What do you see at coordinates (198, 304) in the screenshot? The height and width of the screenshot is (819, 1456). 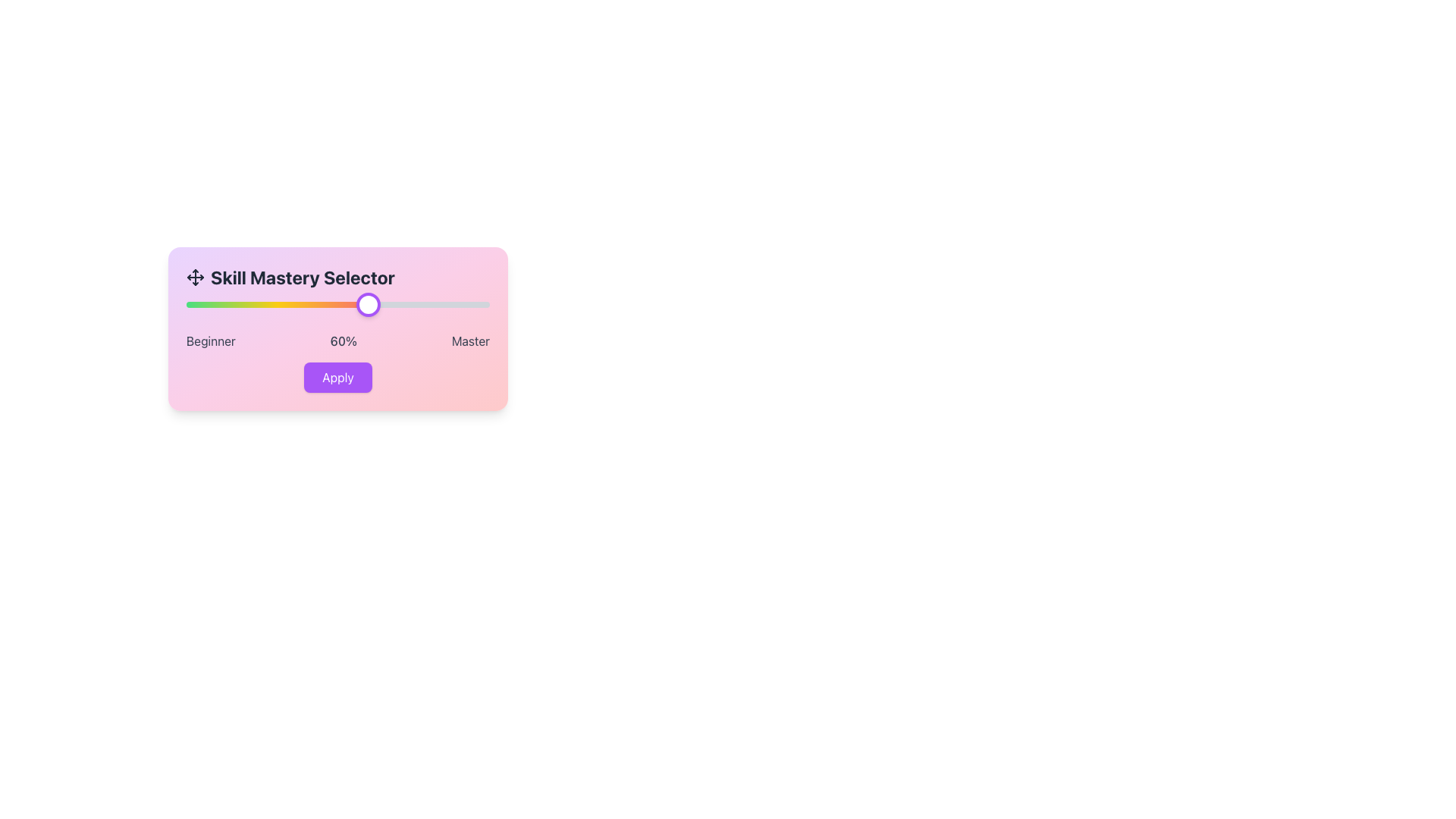 I see `the Skill Mastery level` at bounding box center [198, 304].